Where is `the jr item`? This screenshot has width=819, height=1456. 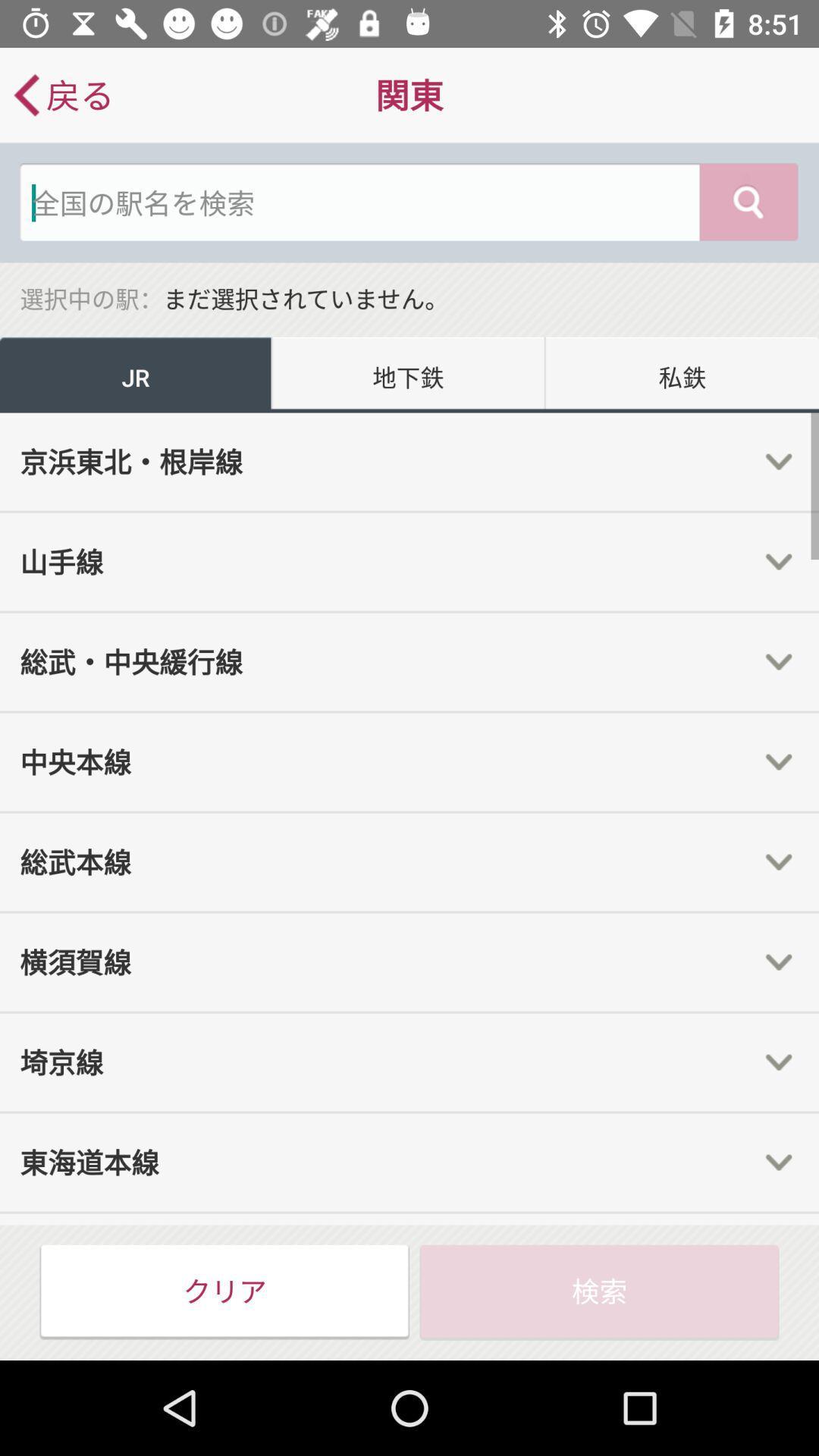 the jr item is located at coordinates (136, 375).